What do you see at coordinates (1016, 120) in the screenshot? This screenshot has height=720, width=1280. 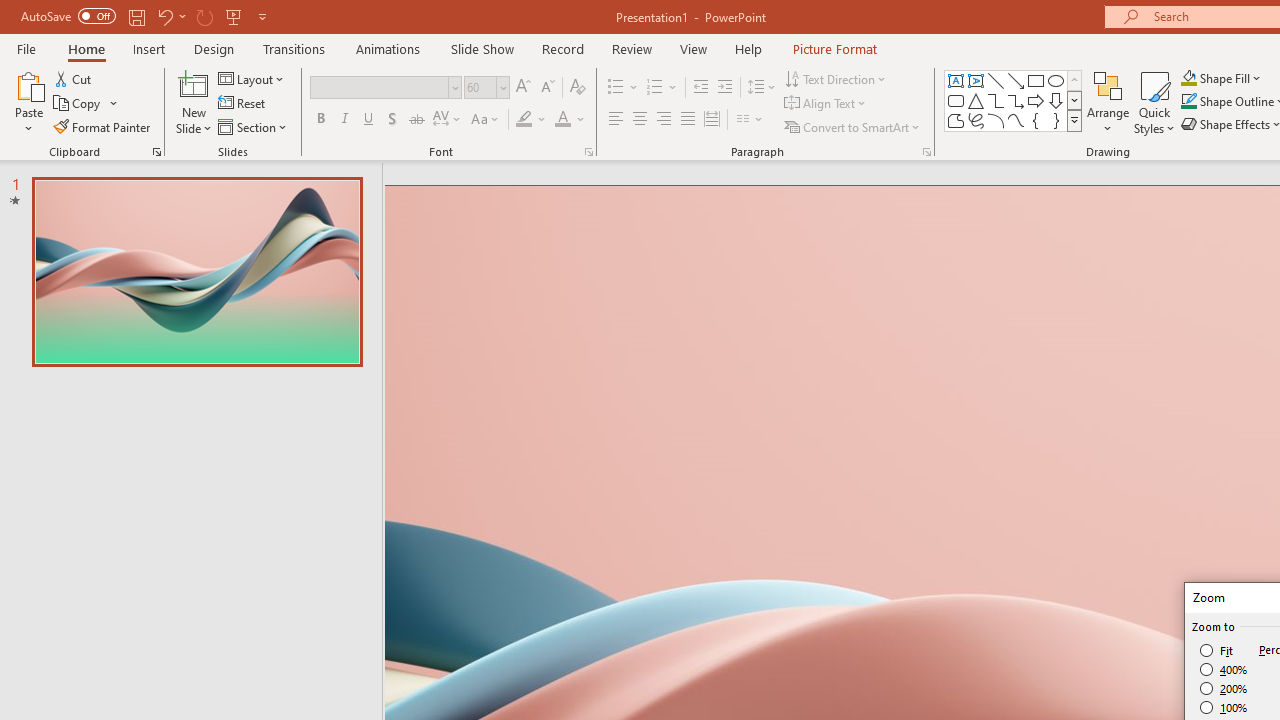 I see `'Curve'` at bounding box center [1016, 120].